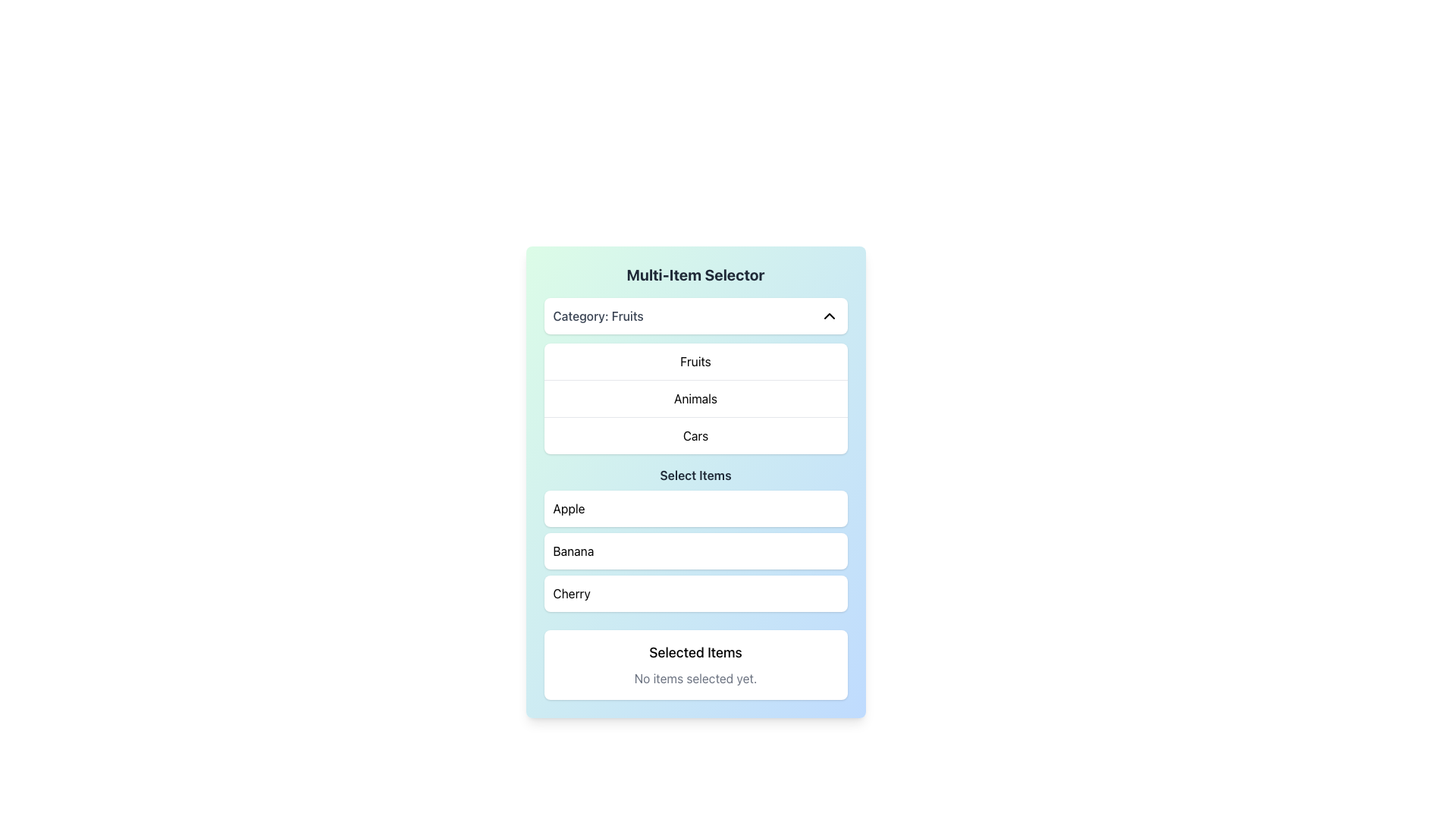  What do you see at coordinates (695, 677) in the screenshot?
I see `the text label stating 'No items selected yet.' which is displayed in medium gray color below the heading 'Selected Items'` at bounding box center [695, 677].